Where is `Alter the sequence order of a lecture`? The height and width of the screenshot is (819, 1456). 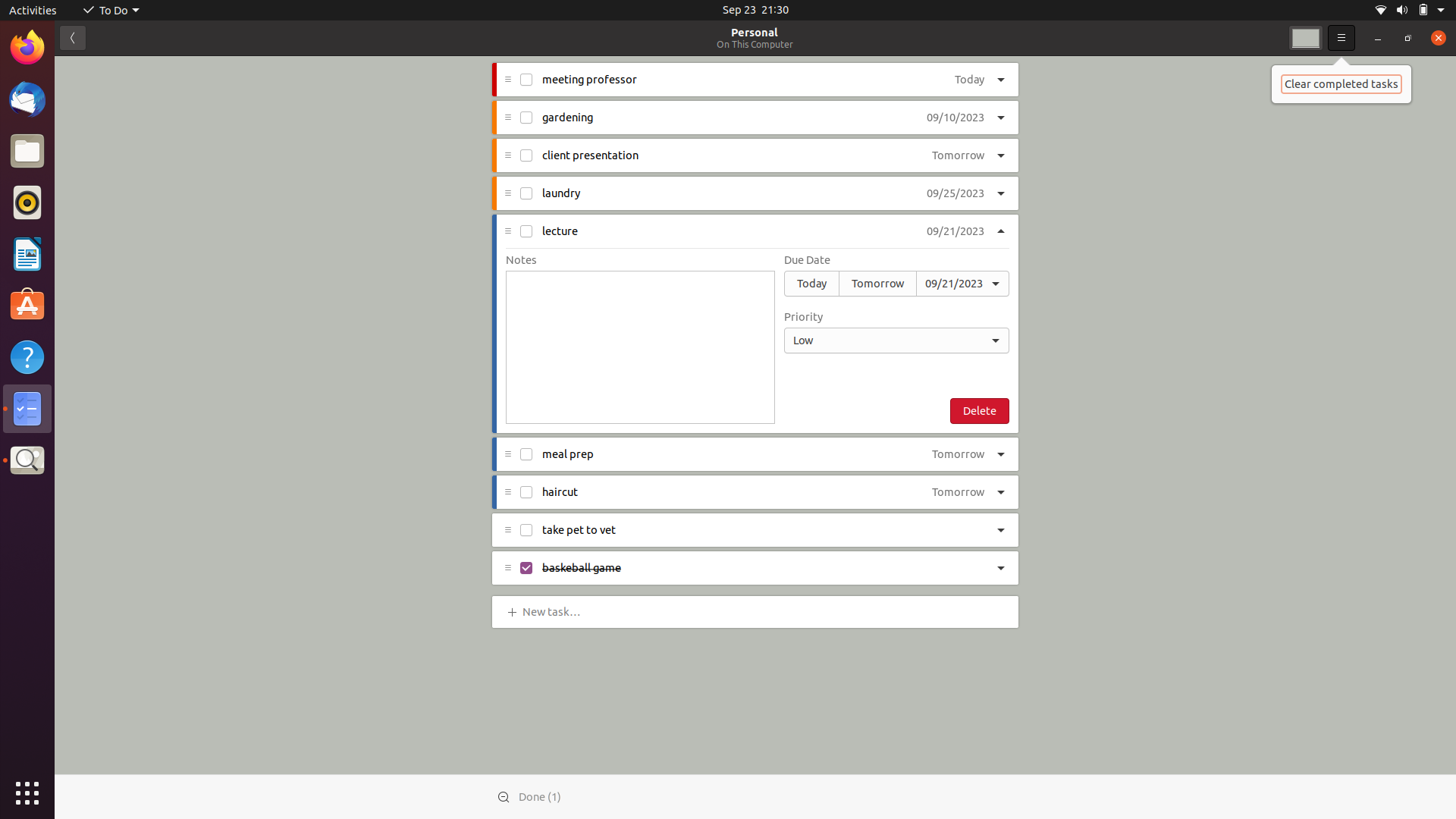
Alter the sequence order of a lecture is located at coordinates (896, 339).